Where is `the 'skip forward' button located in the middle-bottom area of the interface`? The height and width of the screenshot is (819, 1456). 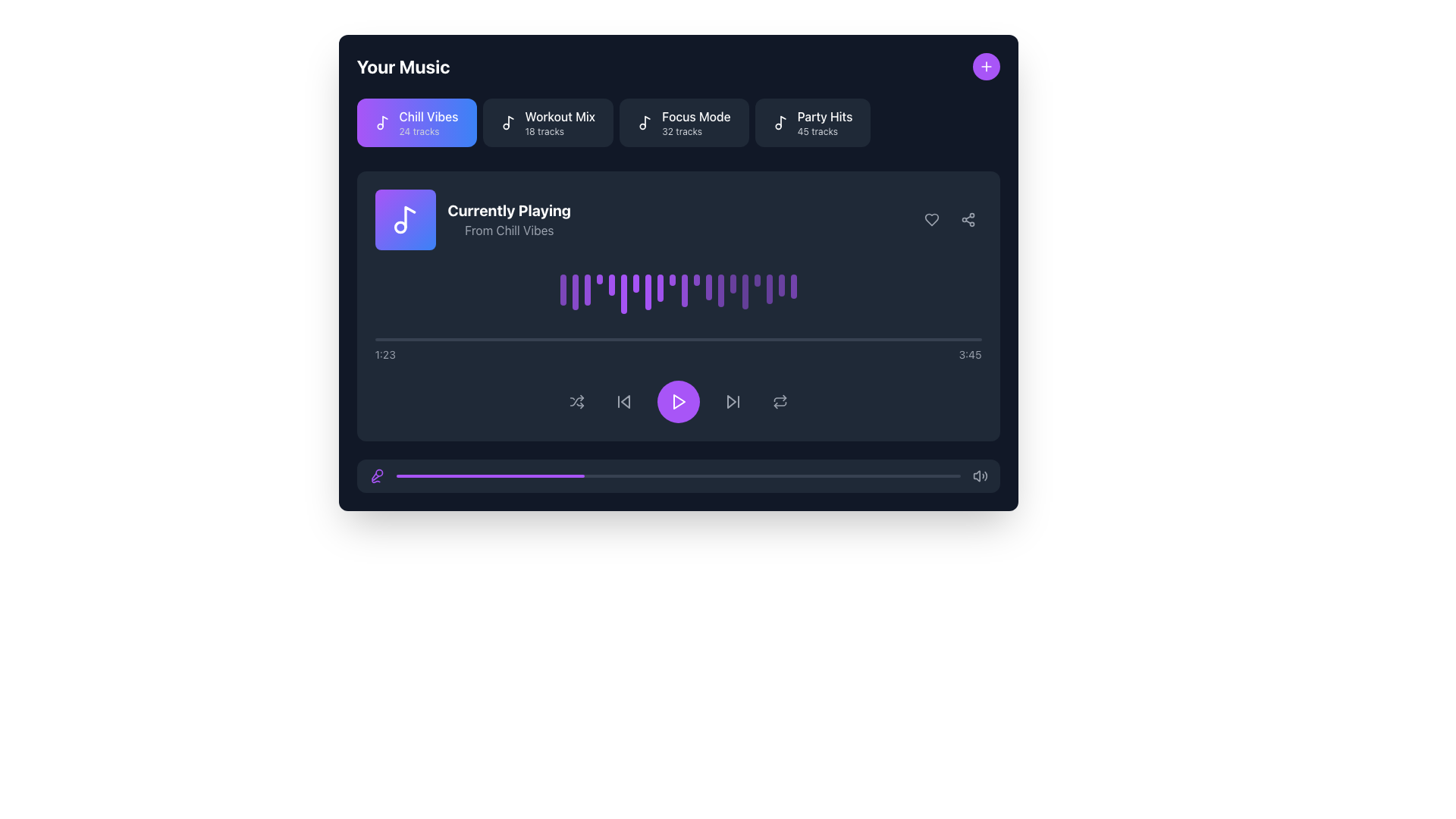 the 'skip forward' button located in the middle-bottom area of the interface is located at coordinates (731, 401).